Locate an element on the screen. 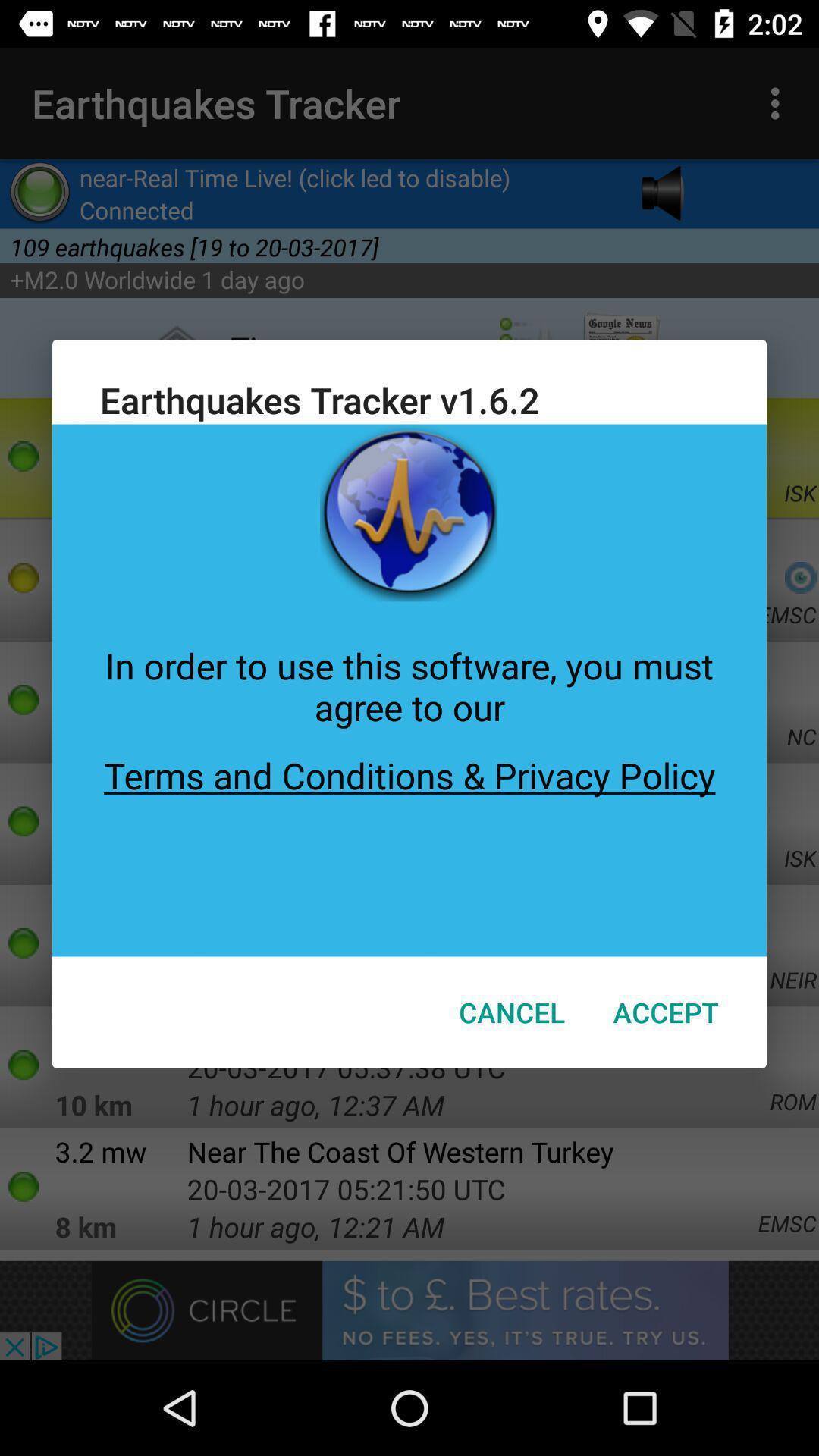  icon at the bottom right corner is located at coordinates (665, 1012).